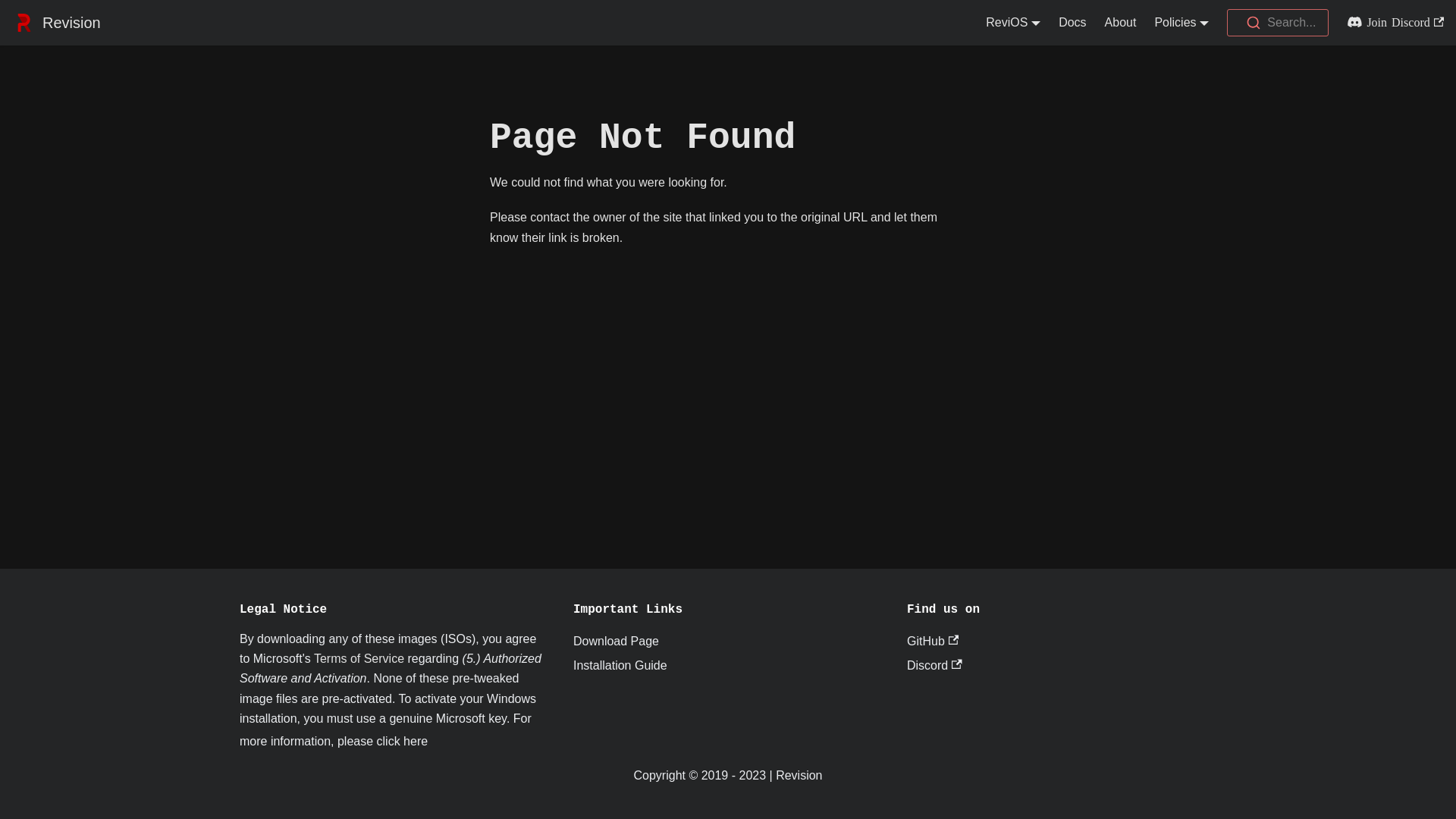 The height and width of the screenshot is (819, 1456). I want to click on 'Discord', so click(906, 664).